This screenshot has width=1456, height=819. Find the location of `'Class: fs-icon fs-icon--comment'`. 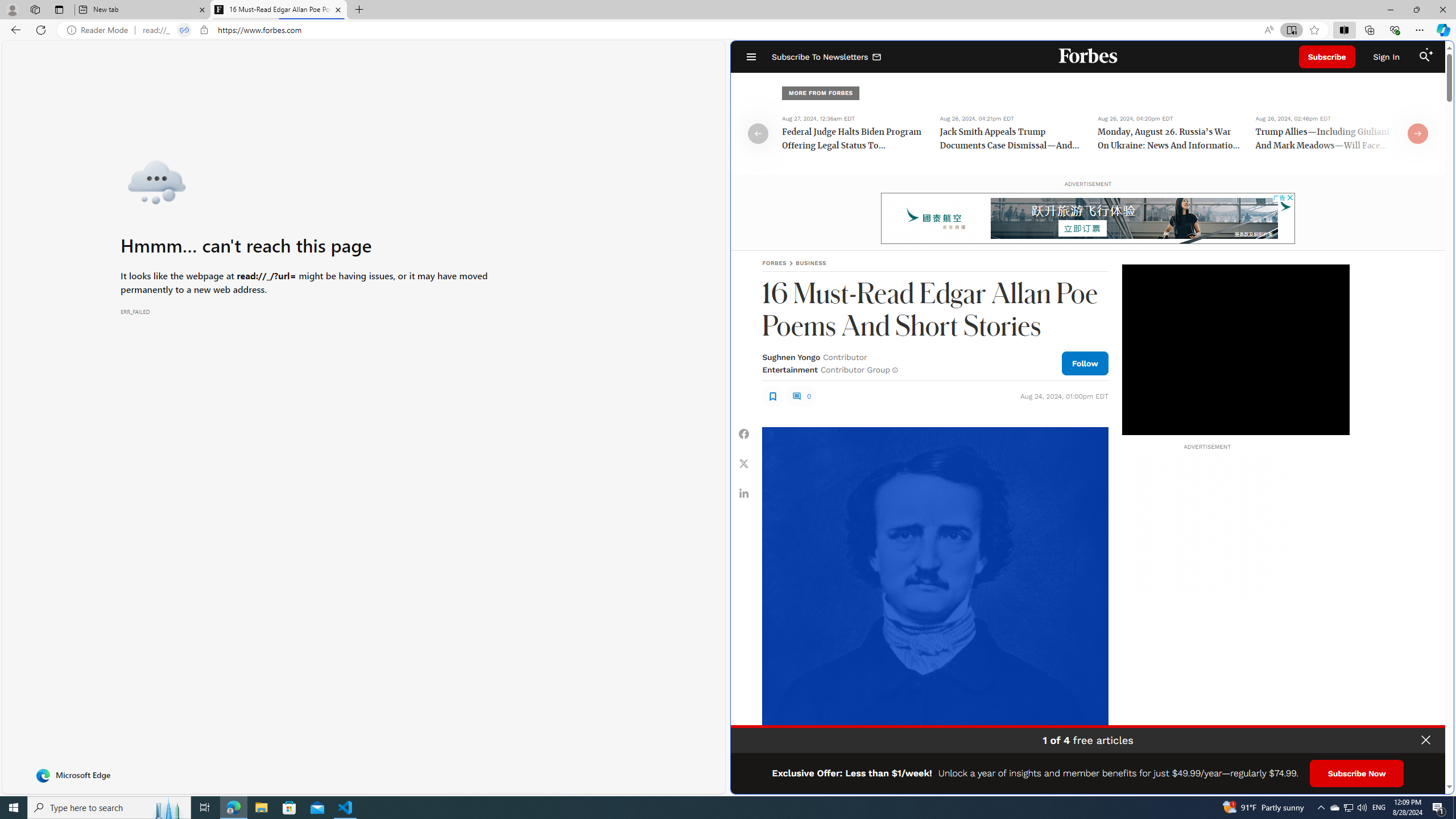

'Class: fs-icon fs-icon--comment' is located at coordinates (796, 396).